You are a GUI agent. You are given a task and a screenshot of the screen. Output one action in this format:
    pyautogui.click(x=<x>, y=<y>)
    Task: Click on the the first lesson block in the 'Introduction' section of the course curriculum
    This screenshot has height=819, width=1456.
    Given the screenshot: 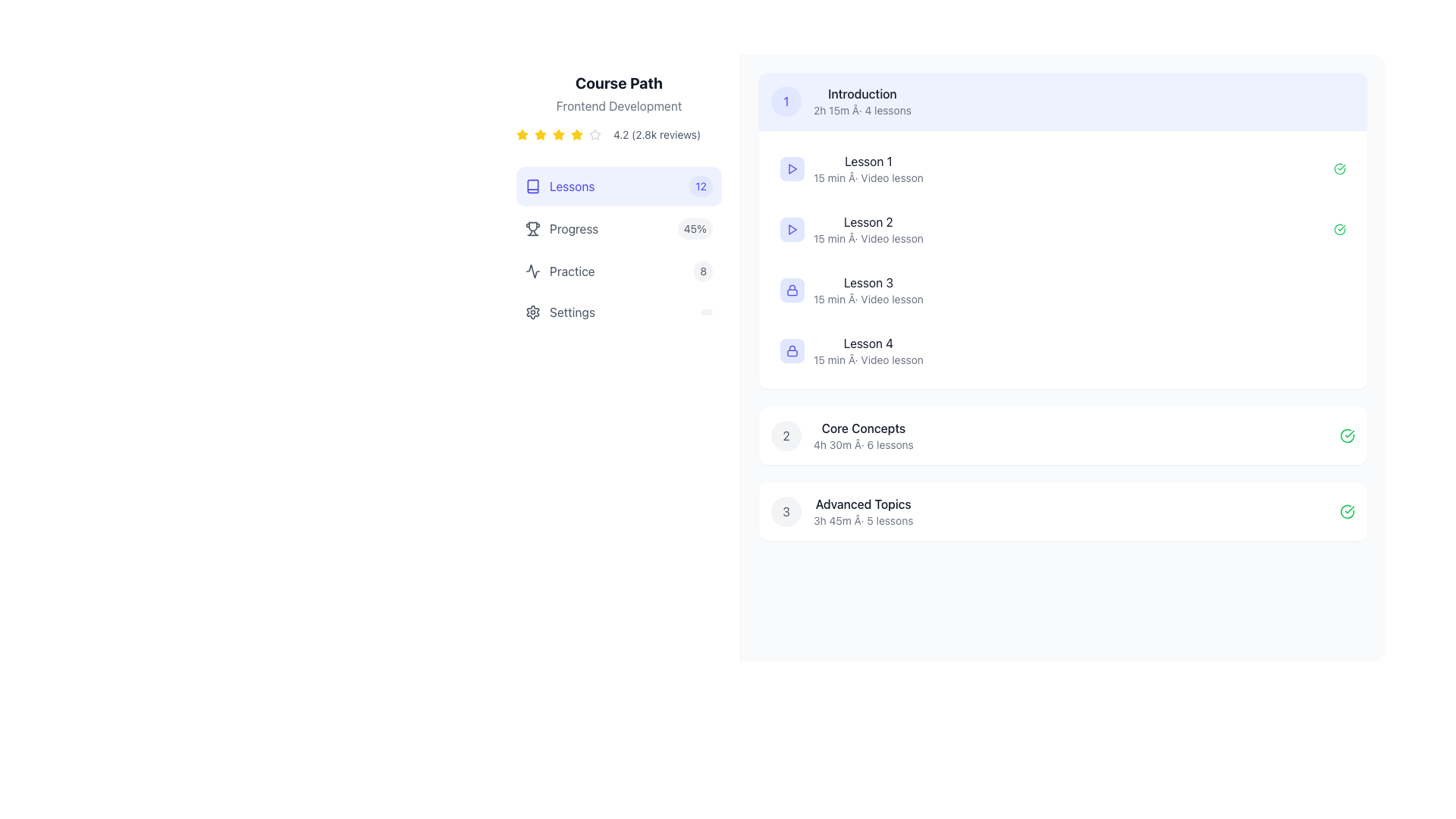 What is the action you would take?
    pyautogui.click(x=1062, y=169)
    